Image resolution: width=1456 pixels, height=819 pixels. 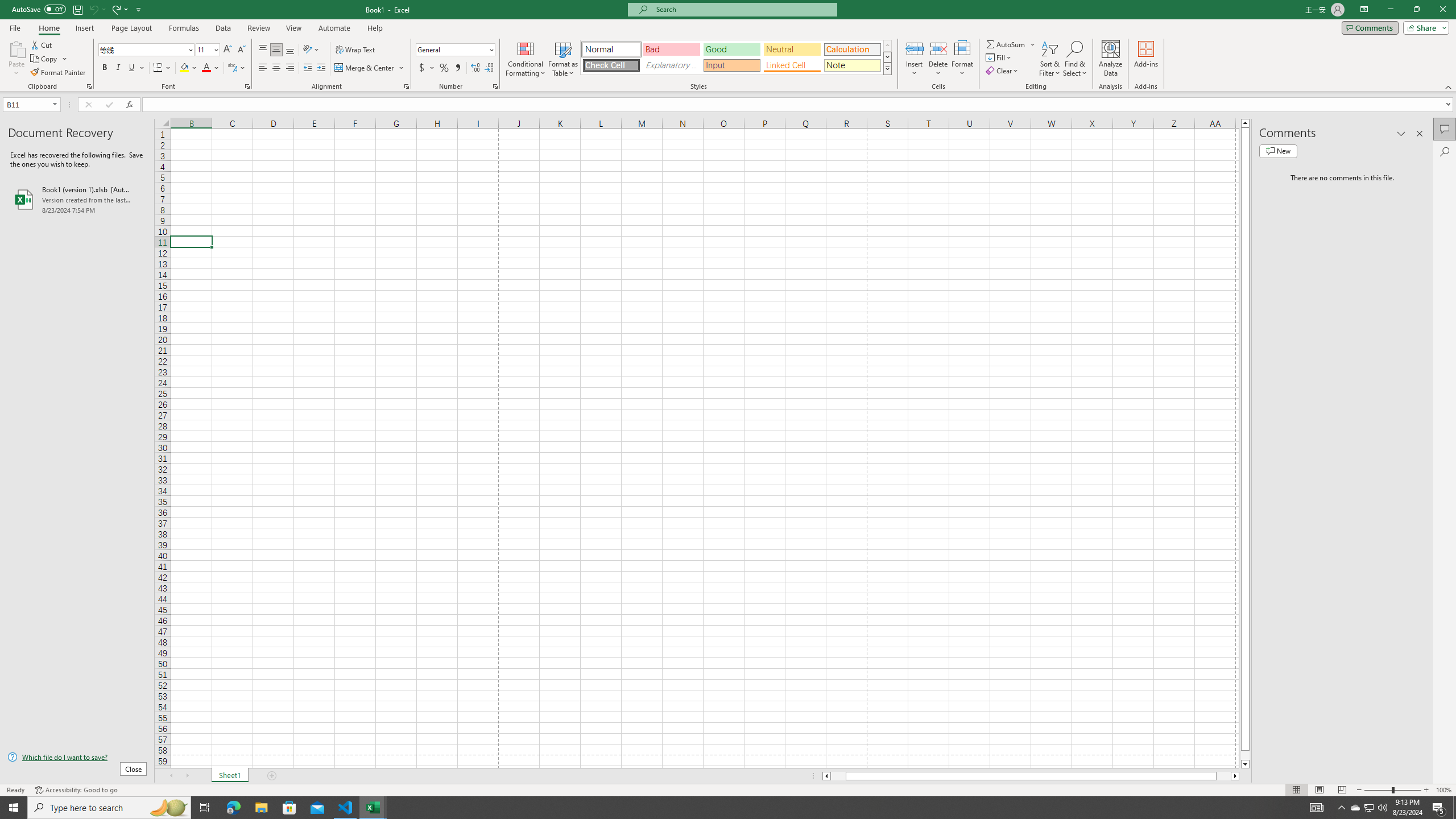 I want to click on 'Wrap Text', so click(x=355, y=49).